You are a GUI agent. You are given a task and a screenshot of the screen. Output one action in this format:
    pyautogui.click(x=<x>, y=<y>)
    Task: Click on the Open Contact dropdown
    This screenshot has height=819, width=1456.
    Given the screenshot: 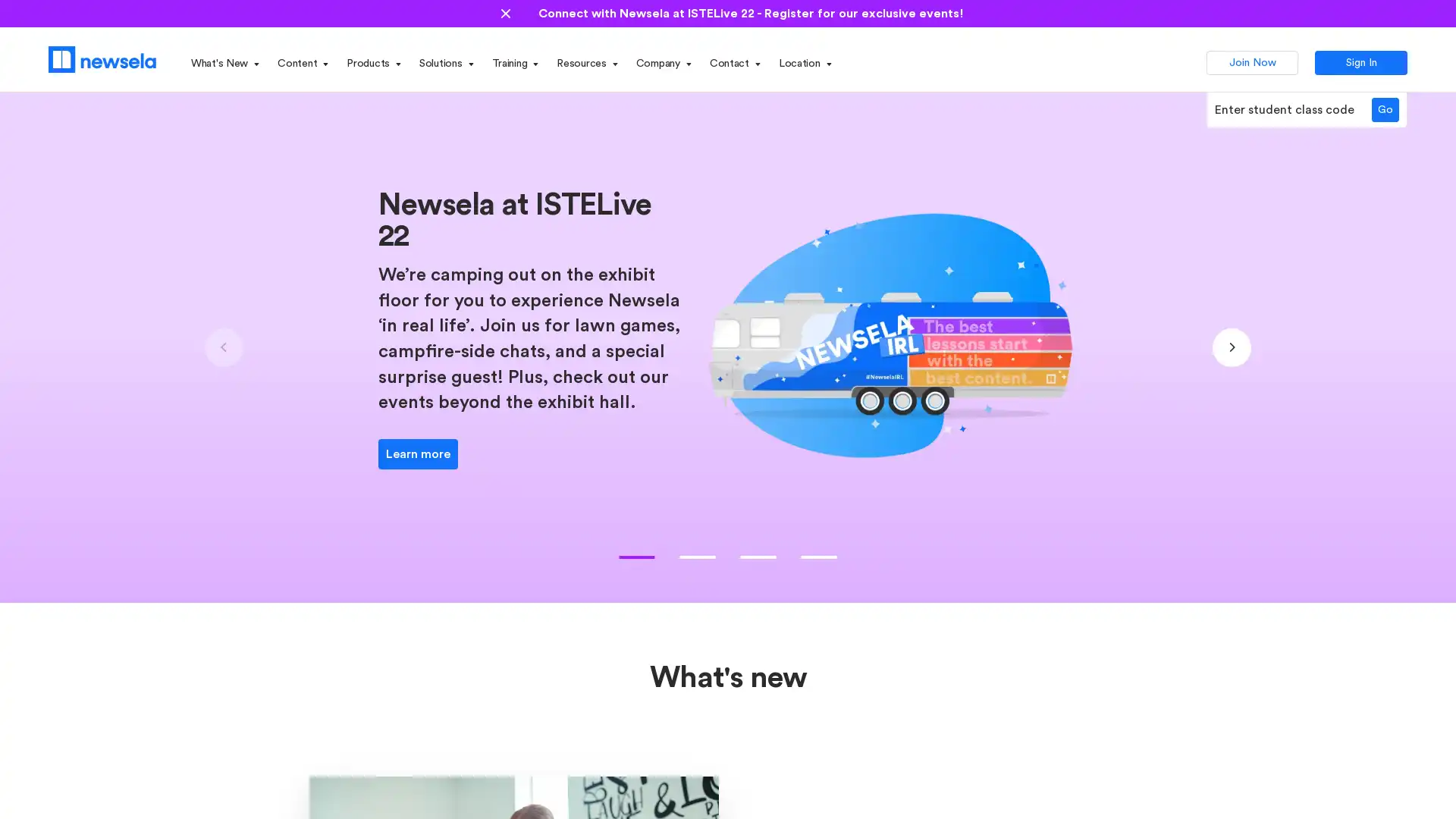 What is the action you would take?
    pyautogui.click(x=758, y=62)
    